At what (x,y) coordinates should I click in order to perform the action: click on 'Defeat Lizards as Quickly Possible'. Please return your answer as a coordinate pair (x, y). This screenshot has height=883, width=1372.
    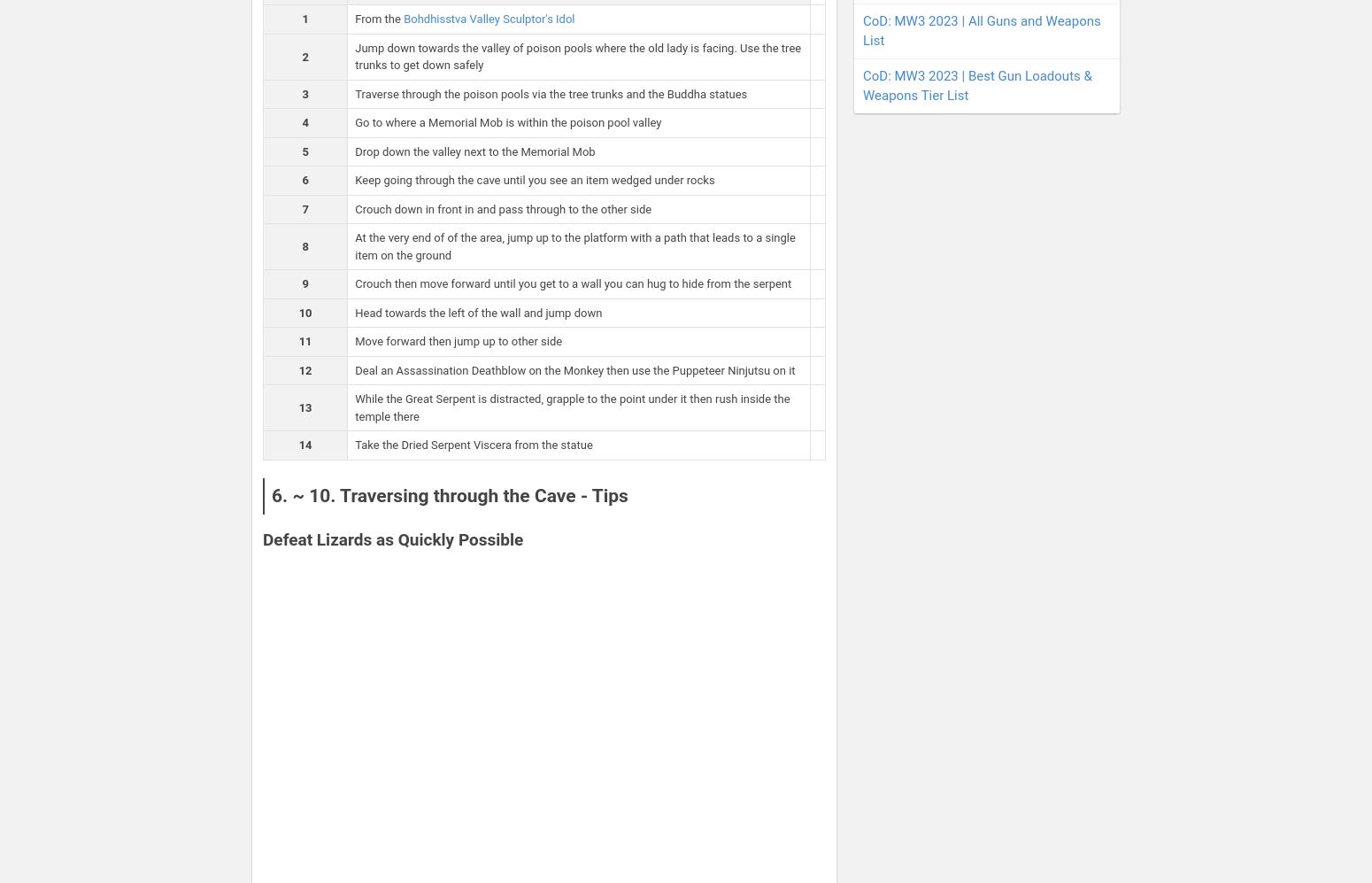
    Looking at the image, I should click on (262, 538).